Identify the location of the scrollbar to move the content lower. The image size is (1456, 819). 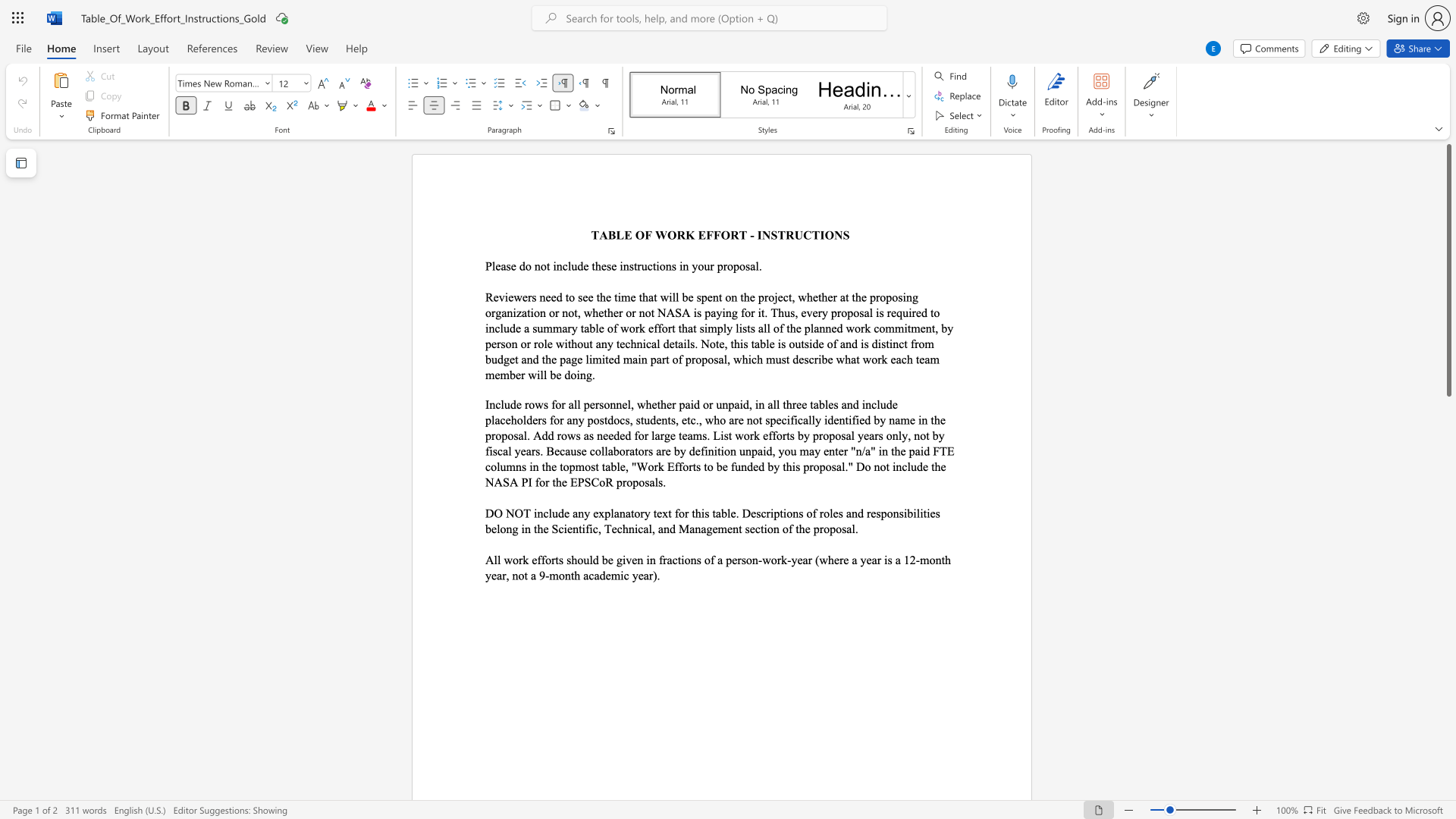
(1448, 409).